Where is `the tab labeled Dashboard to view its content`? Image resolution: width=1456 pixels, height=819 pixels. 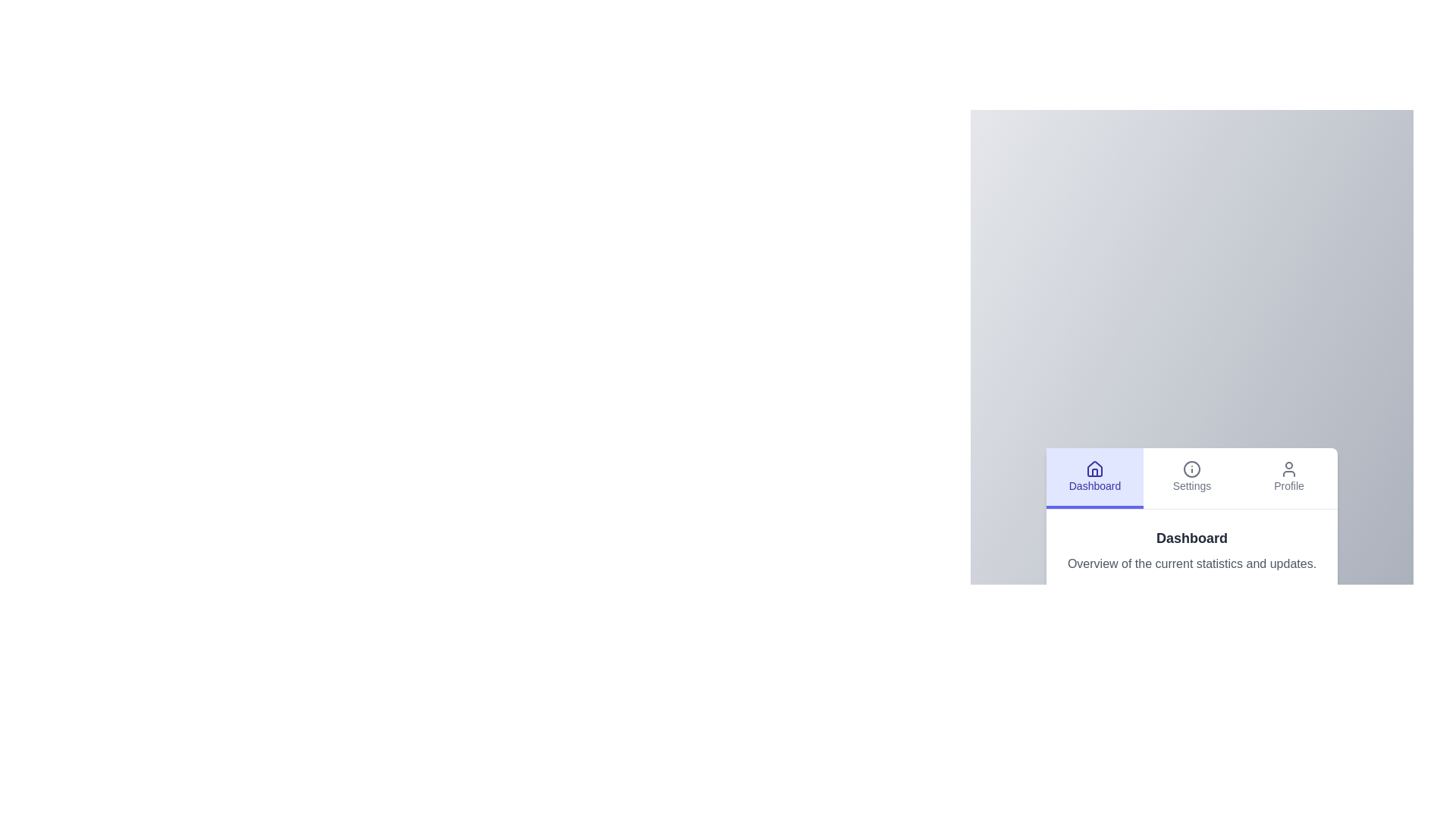
the tab labeled Dashboard to view its content is located at coordinates (1095, 478).